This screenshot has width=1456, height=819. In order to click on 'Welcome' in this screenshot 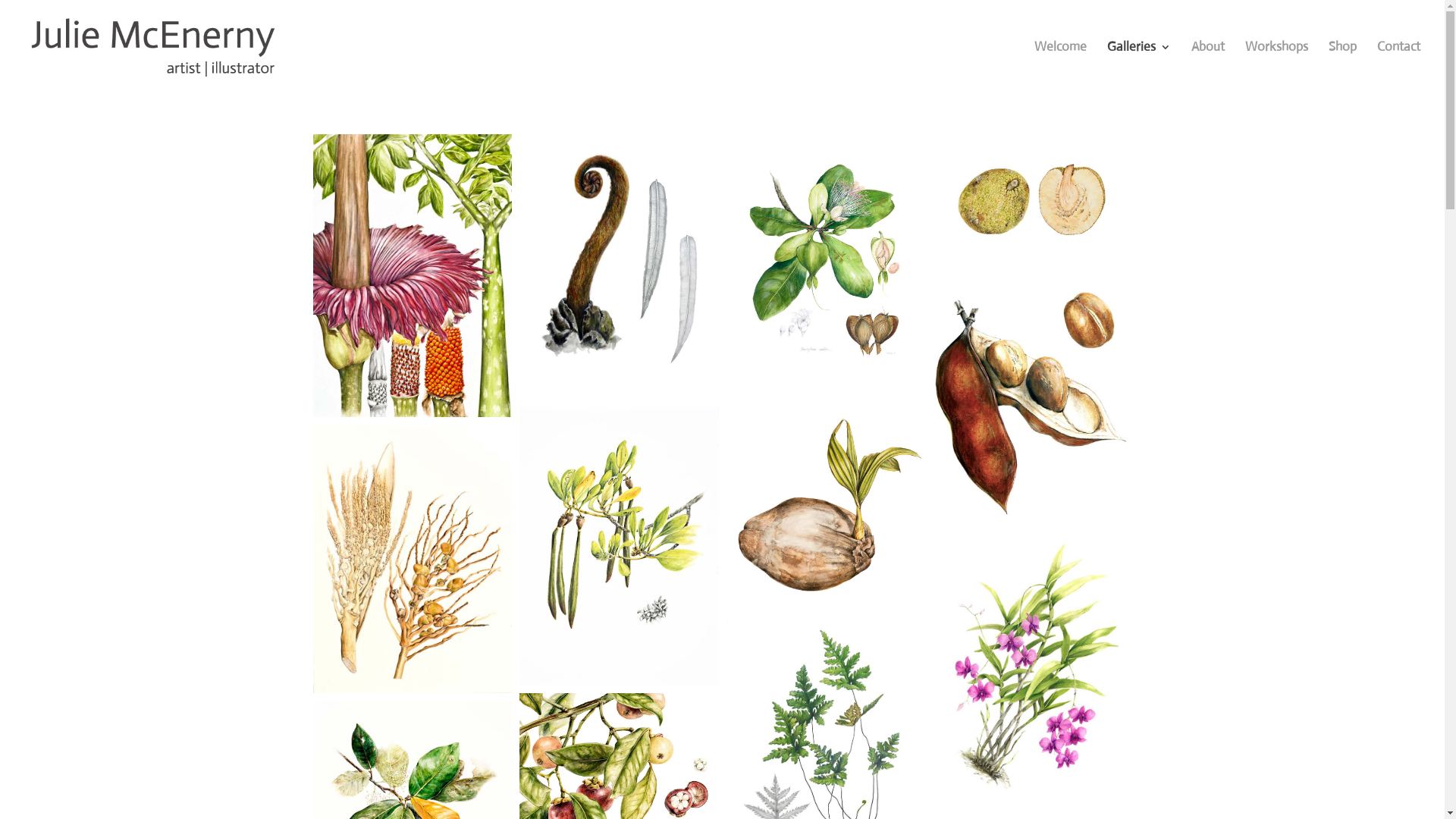, I will do `click(1059, 67)`.